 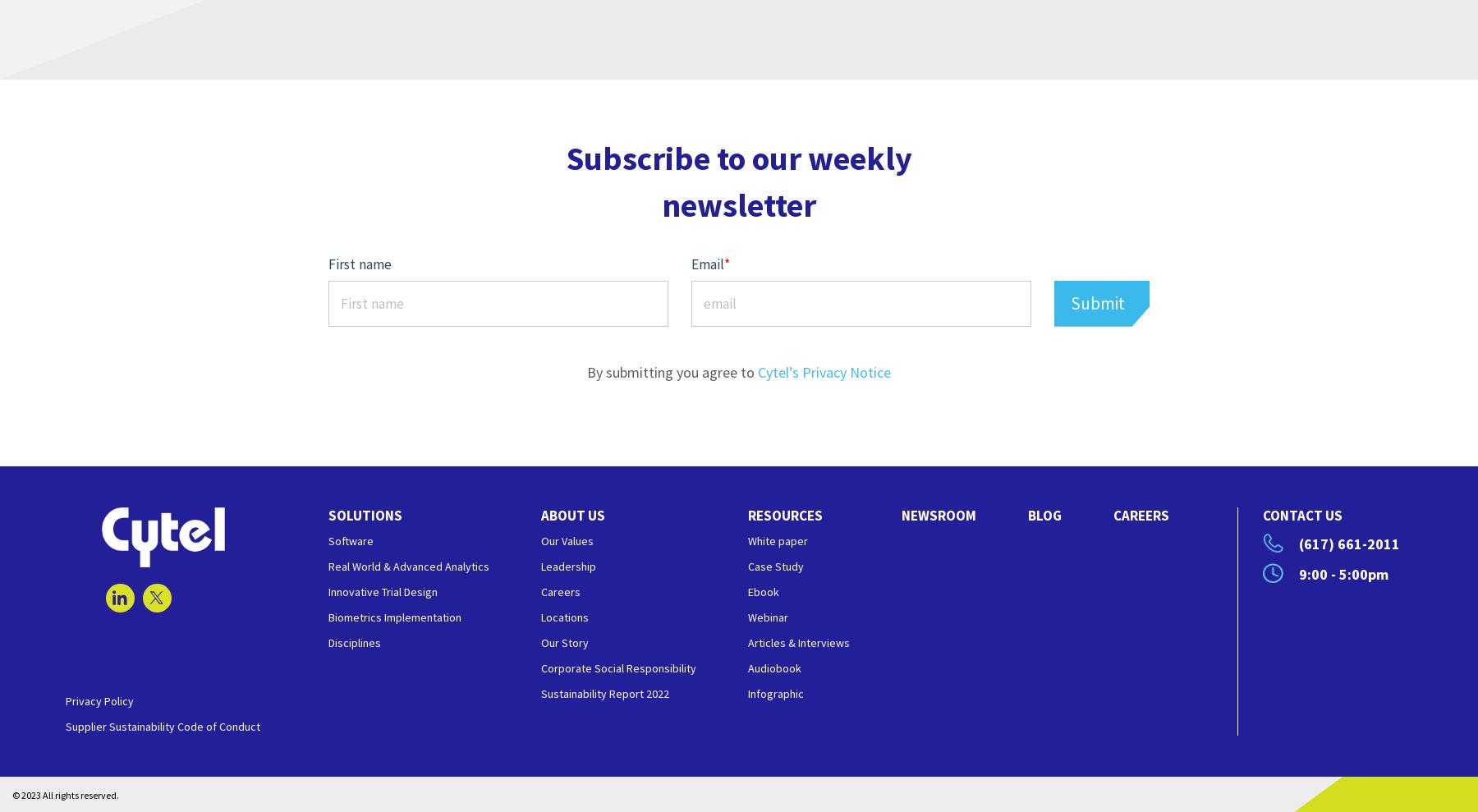 I want to click on 'First name', so click(x=360, y=264).